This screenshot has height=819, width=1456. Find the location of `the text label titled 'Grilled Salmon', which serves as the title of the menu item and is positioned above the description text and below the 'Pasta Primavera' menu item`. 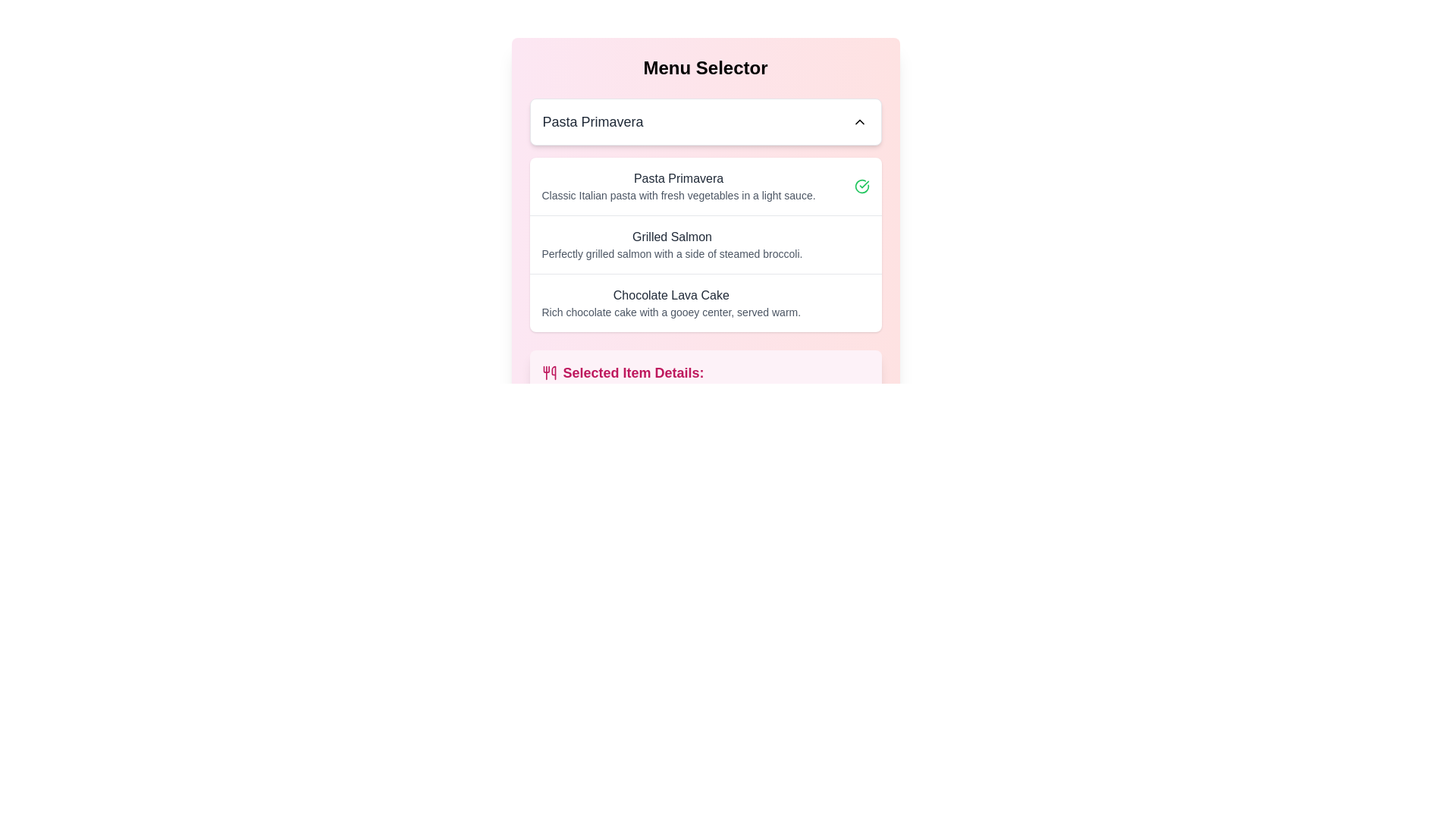

the text label titled 'Grilled Salmon', which serves as the title of the menu item and is positioned above the description text and below the 'Pasta Primavera' menu item is located at coordinates (671, 237).